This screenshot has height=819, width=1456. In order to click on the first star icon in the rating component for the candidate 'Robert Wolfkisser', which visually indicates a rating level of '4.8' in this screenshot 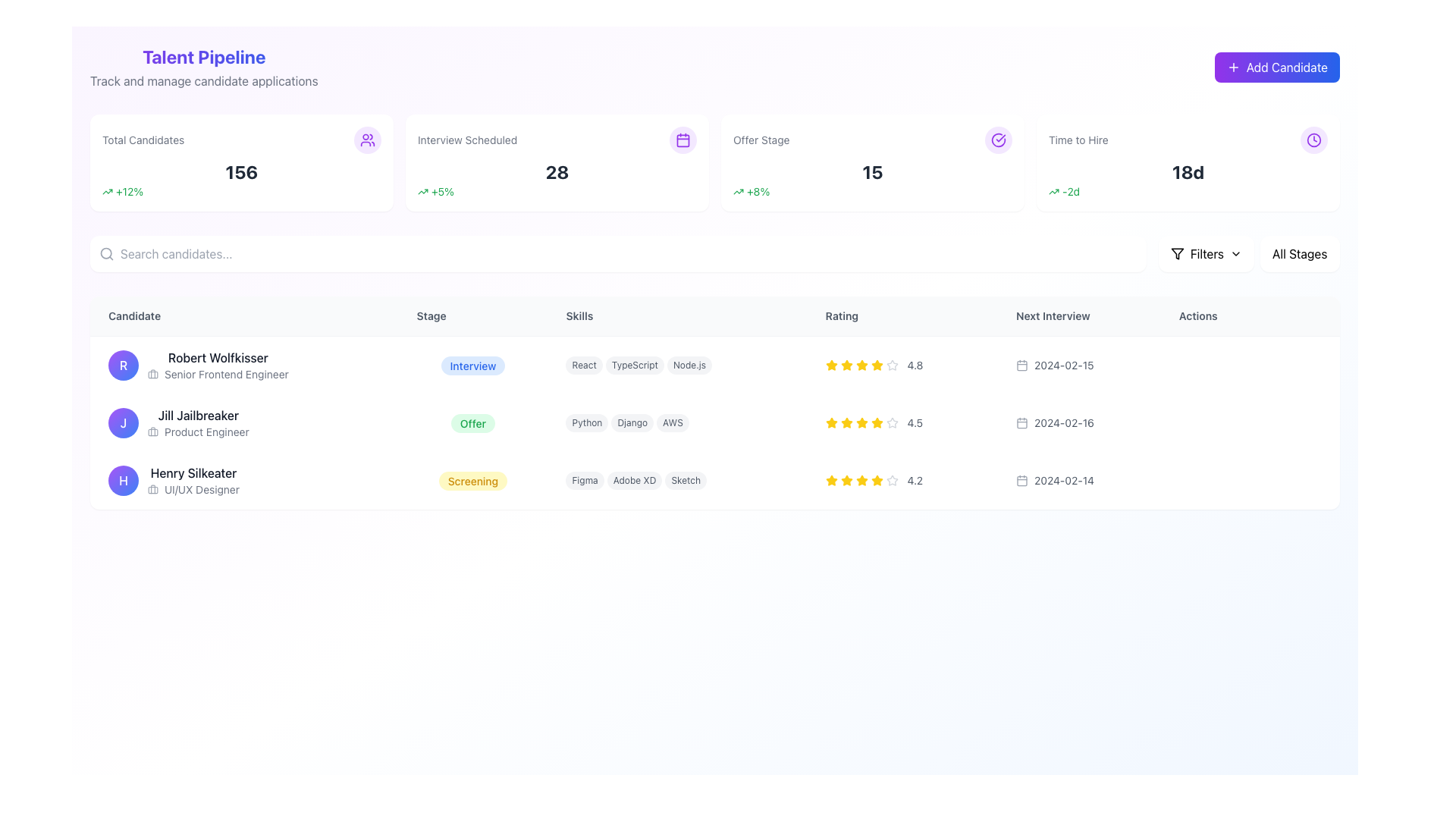, I will do `click(830, 366)`.